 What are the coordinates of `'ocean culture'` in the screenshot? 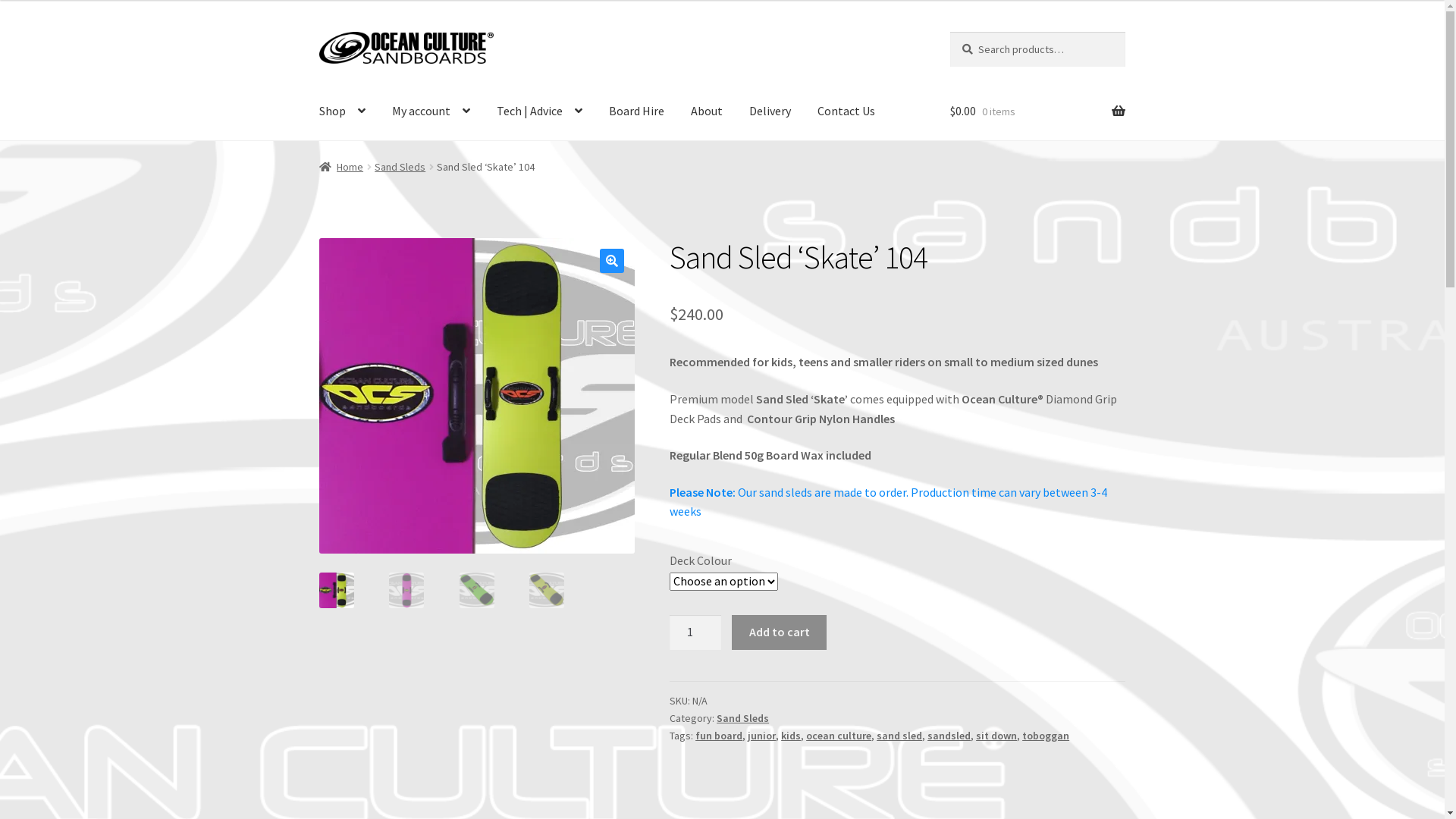 It's located at (837, 734).